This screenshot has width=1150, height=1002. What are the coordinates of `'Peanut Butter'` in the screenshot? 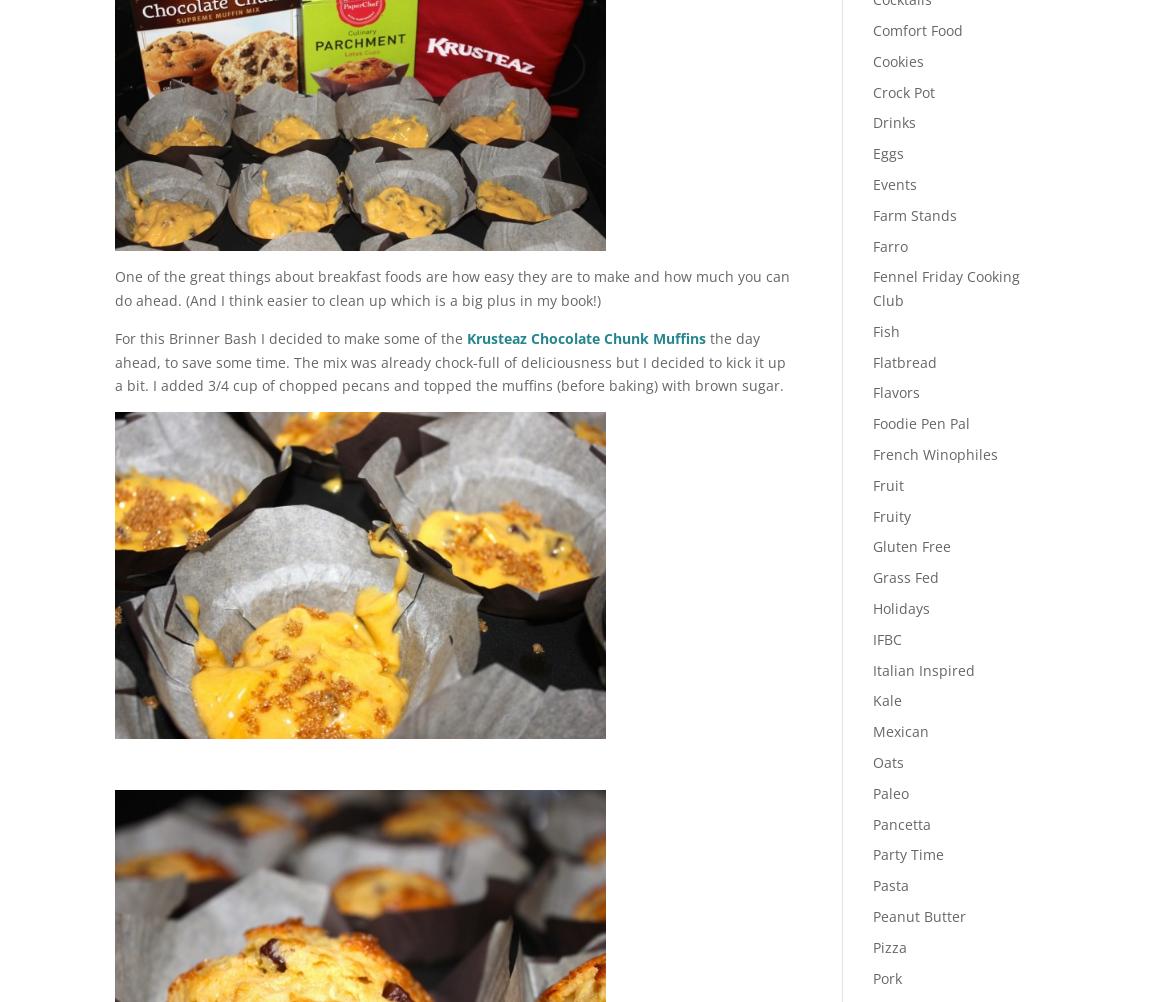 It's located at (918, 916).